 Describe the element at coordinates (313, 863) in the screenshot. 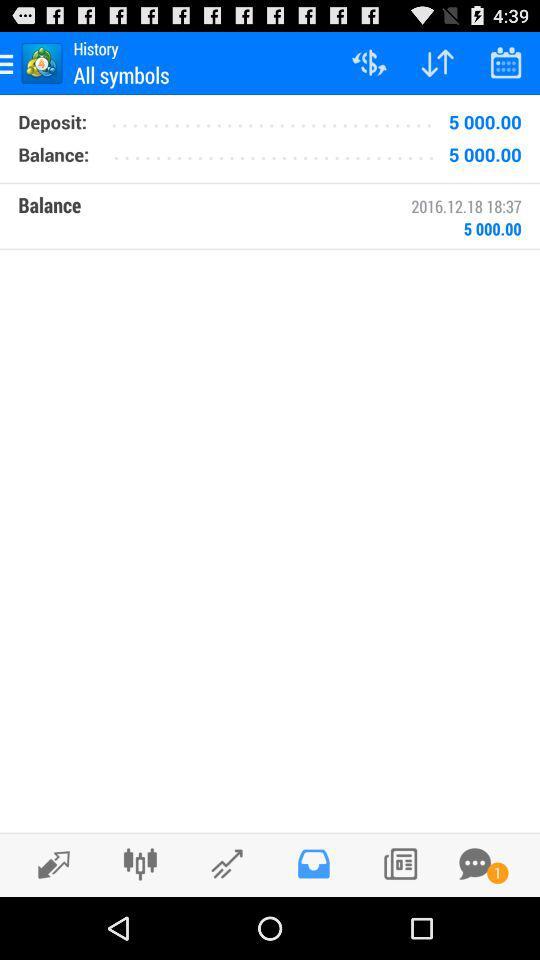

I see `save` at that location.